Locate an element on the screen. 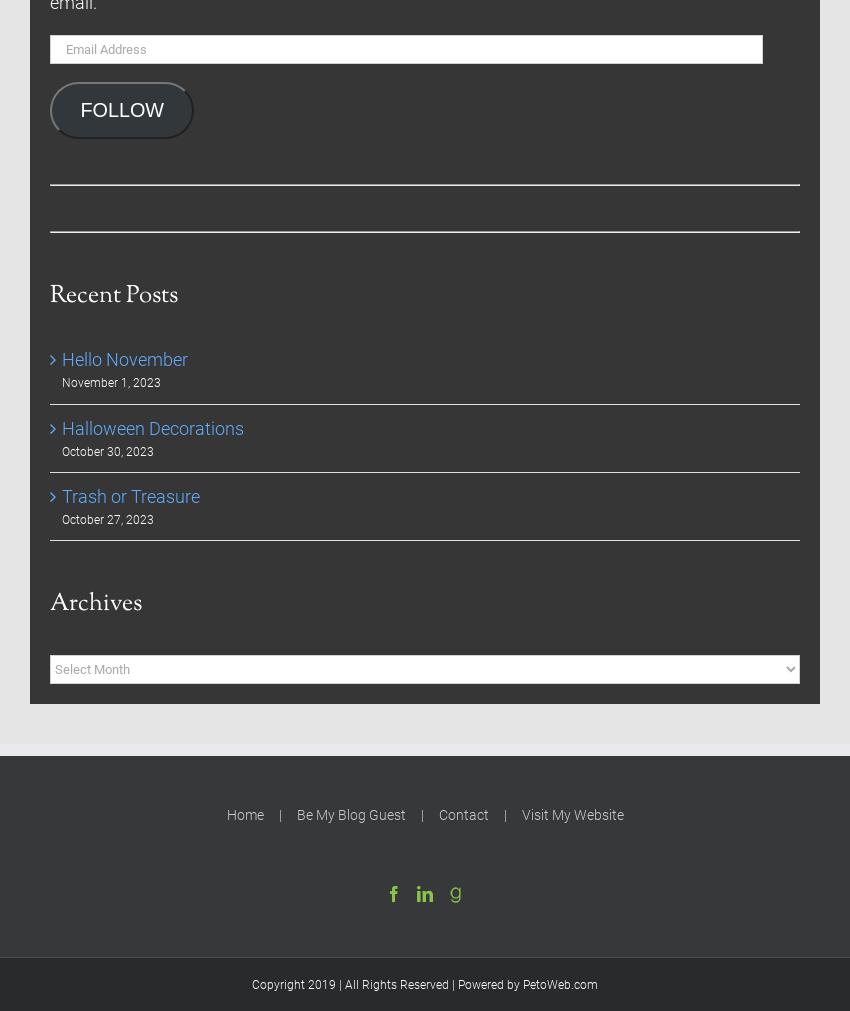 This screenshot has width=850, height=1011. 'Visit My Website' is located at coordinates (571, 812).